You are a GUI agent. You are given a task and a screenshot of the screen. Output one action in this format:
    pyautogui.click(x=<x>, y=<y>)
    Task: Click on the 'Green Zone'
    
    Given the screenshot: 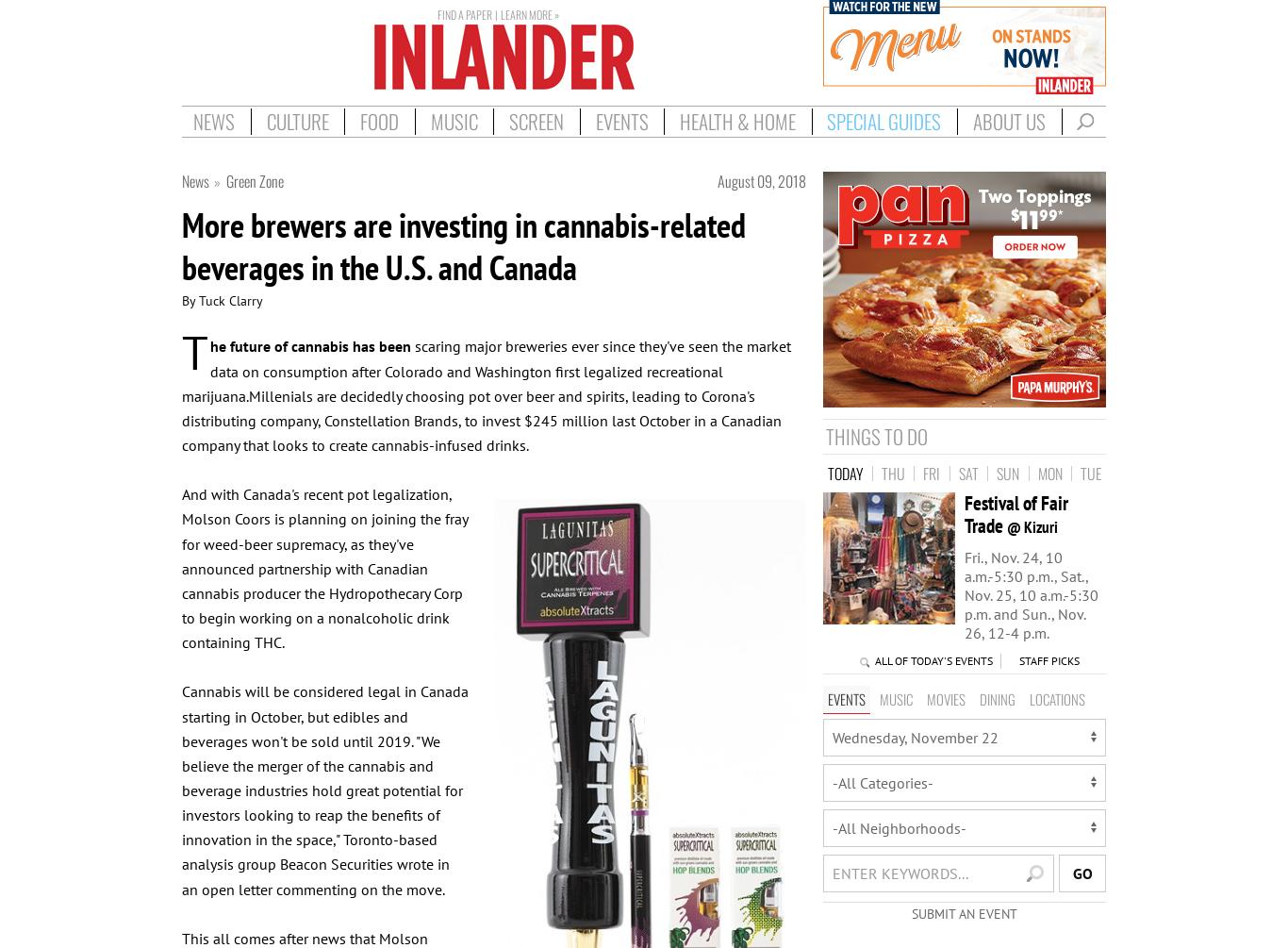 What is the action you would take?
    pyautogui.click(x=226, y=179)
    